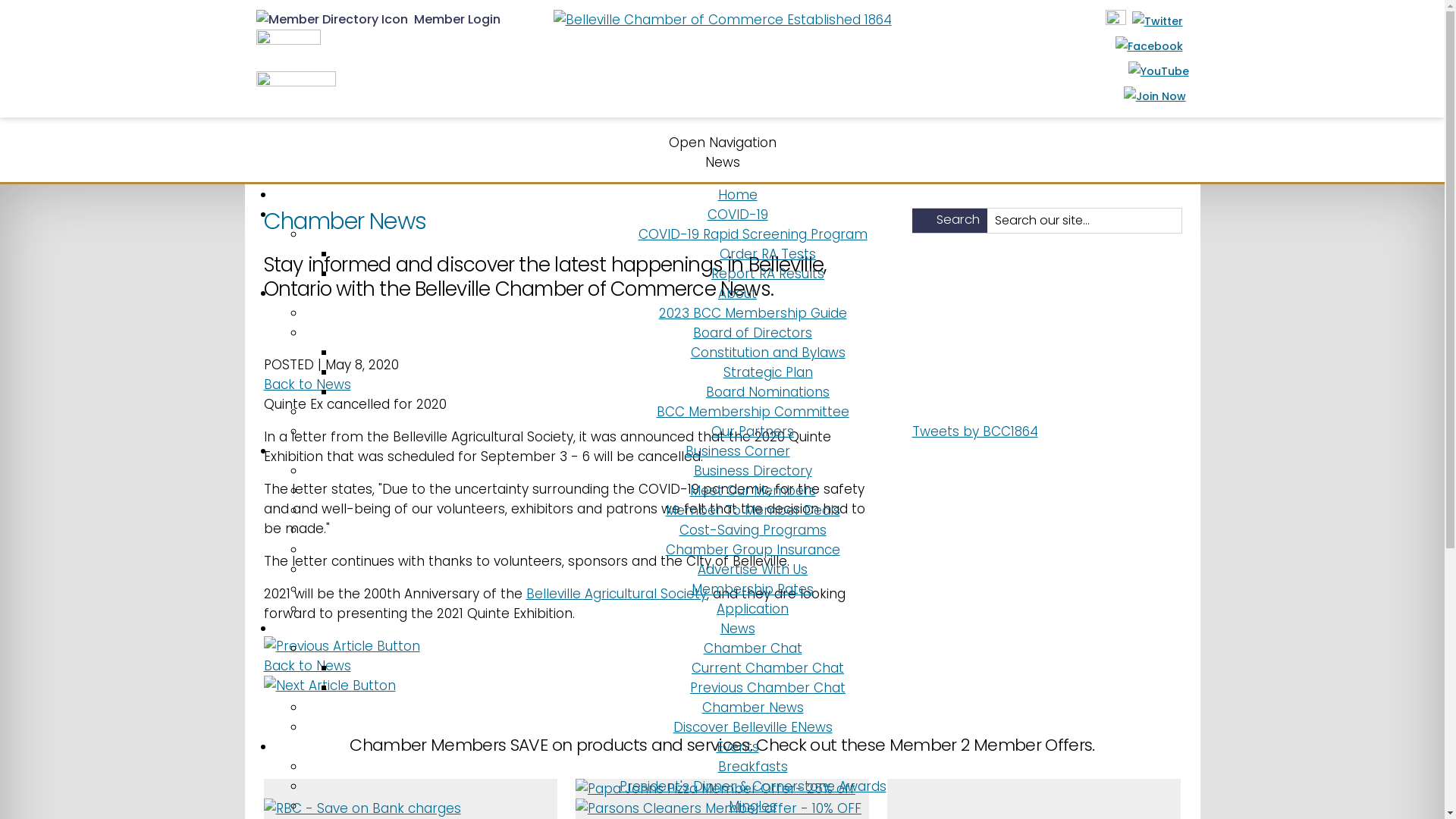 The width and height of the screenshot is (1456, 819). I want to click on 'Parsons Cleaners Member offer - 10% OFF', so click(717, 807).